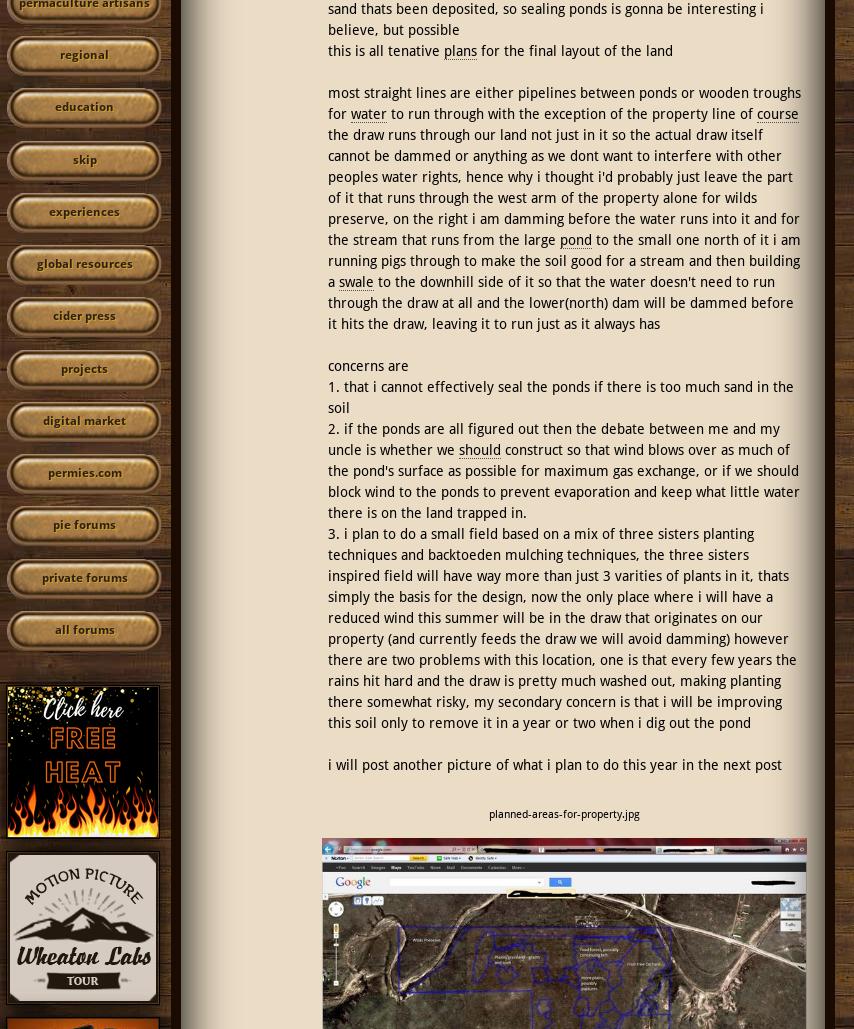 This screenshot has width=854, height=1029. I want to click on 'all forums', so click(53, 629).